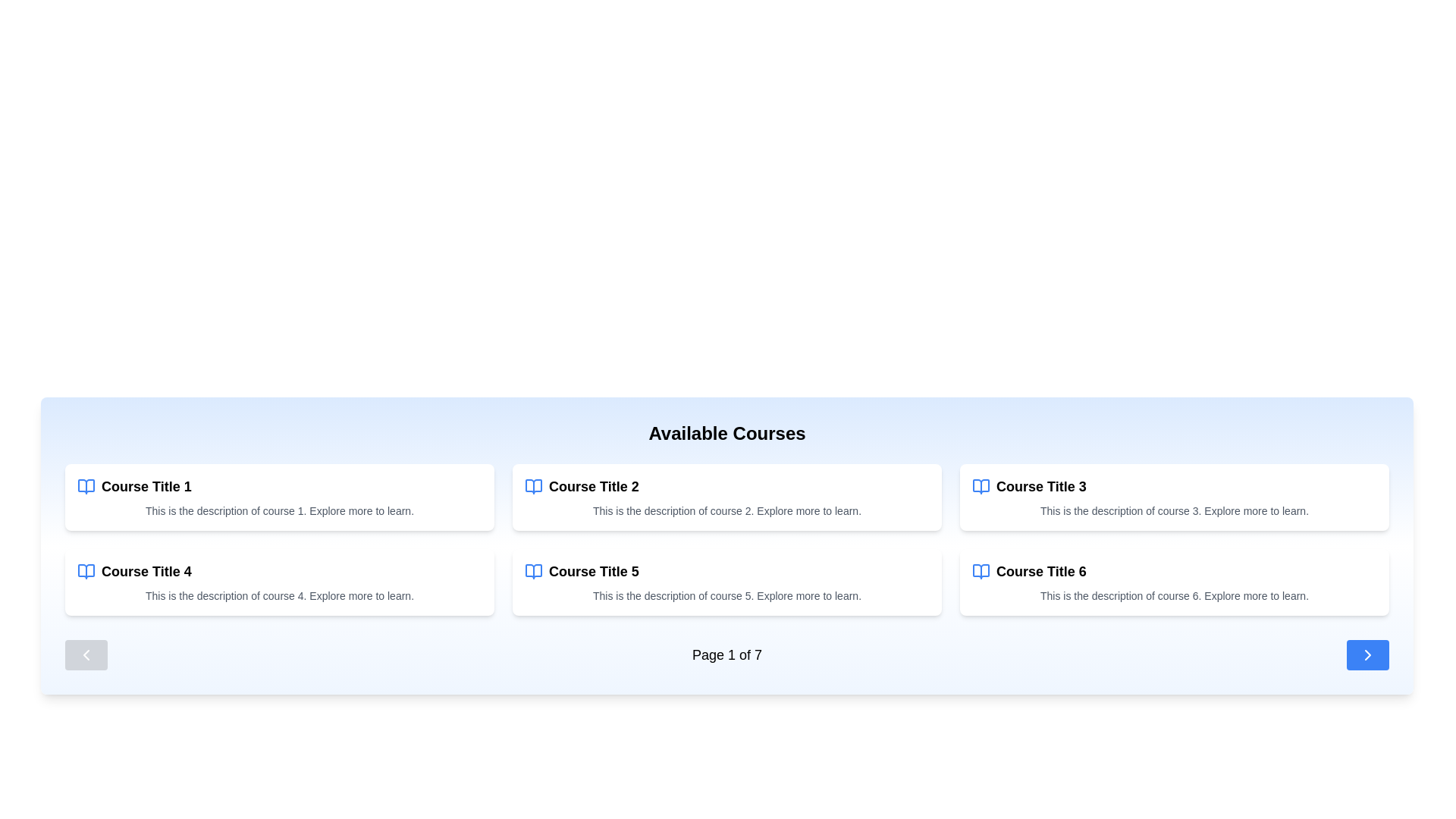  What do you see at coordinates (1174, 581) in the screenshot?
I see `the informational card located in the second row and third column of the grid layout` at bounding box center [1174, 581].